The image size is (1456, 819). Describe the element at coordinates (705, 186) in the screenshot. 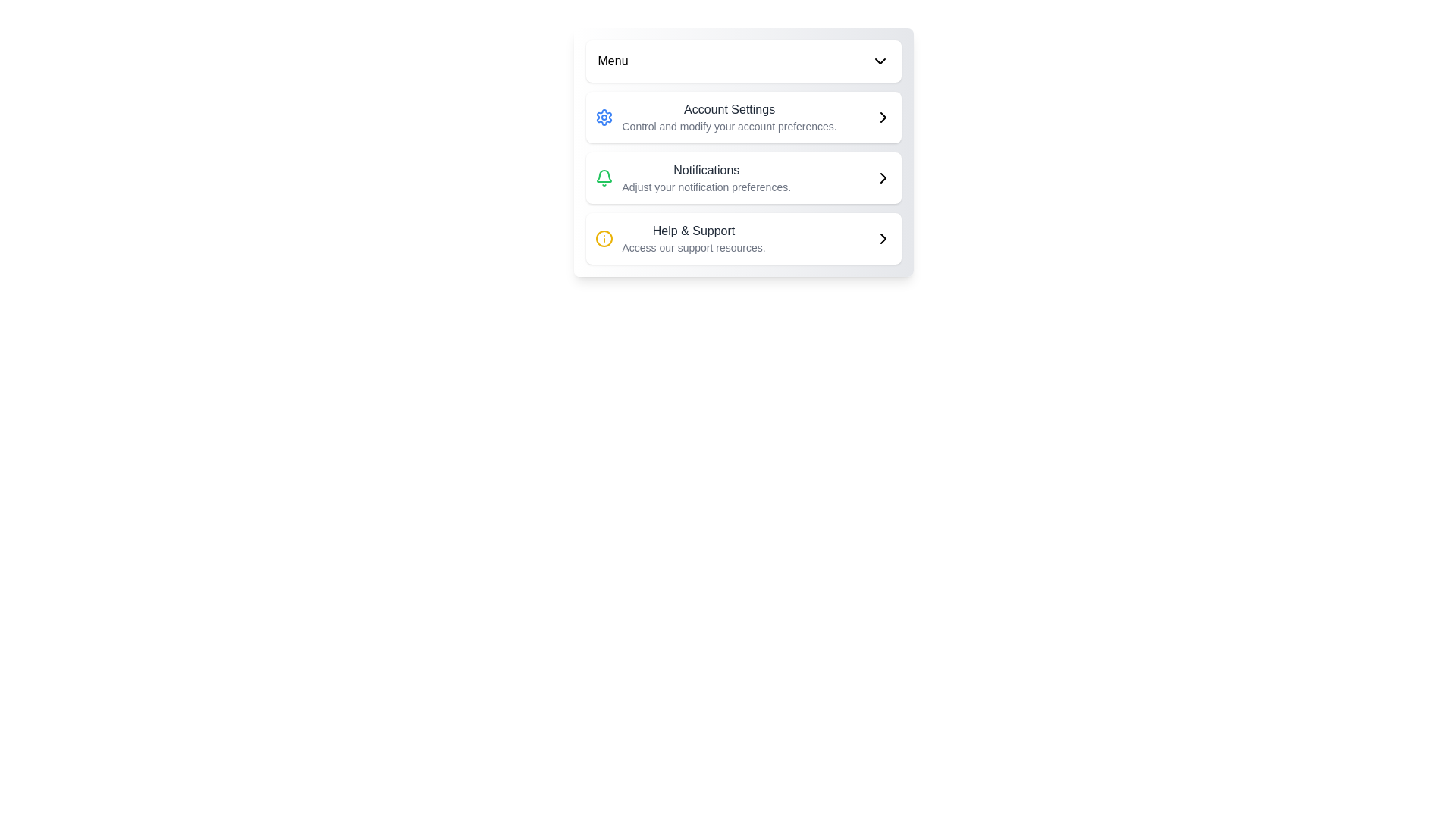

I see `the text that provides additional information about the 'Notifications' option, which is located below the 'Notifications' heading and icon in the menu interface` at that location.